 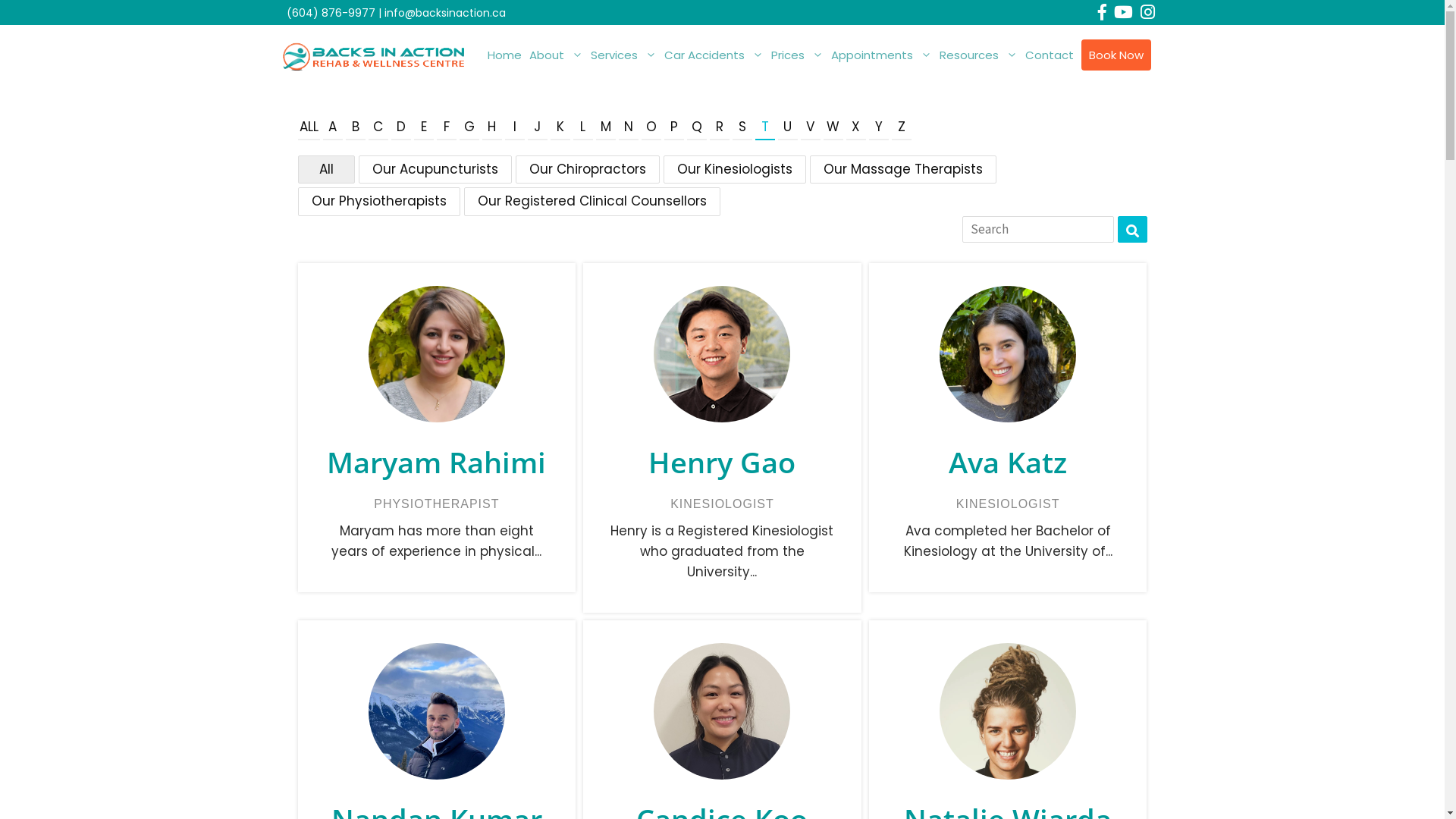 What do you see at coordinates (833, 127) in the screenshot?
I see `'W'` at bounding box center [833, 127].